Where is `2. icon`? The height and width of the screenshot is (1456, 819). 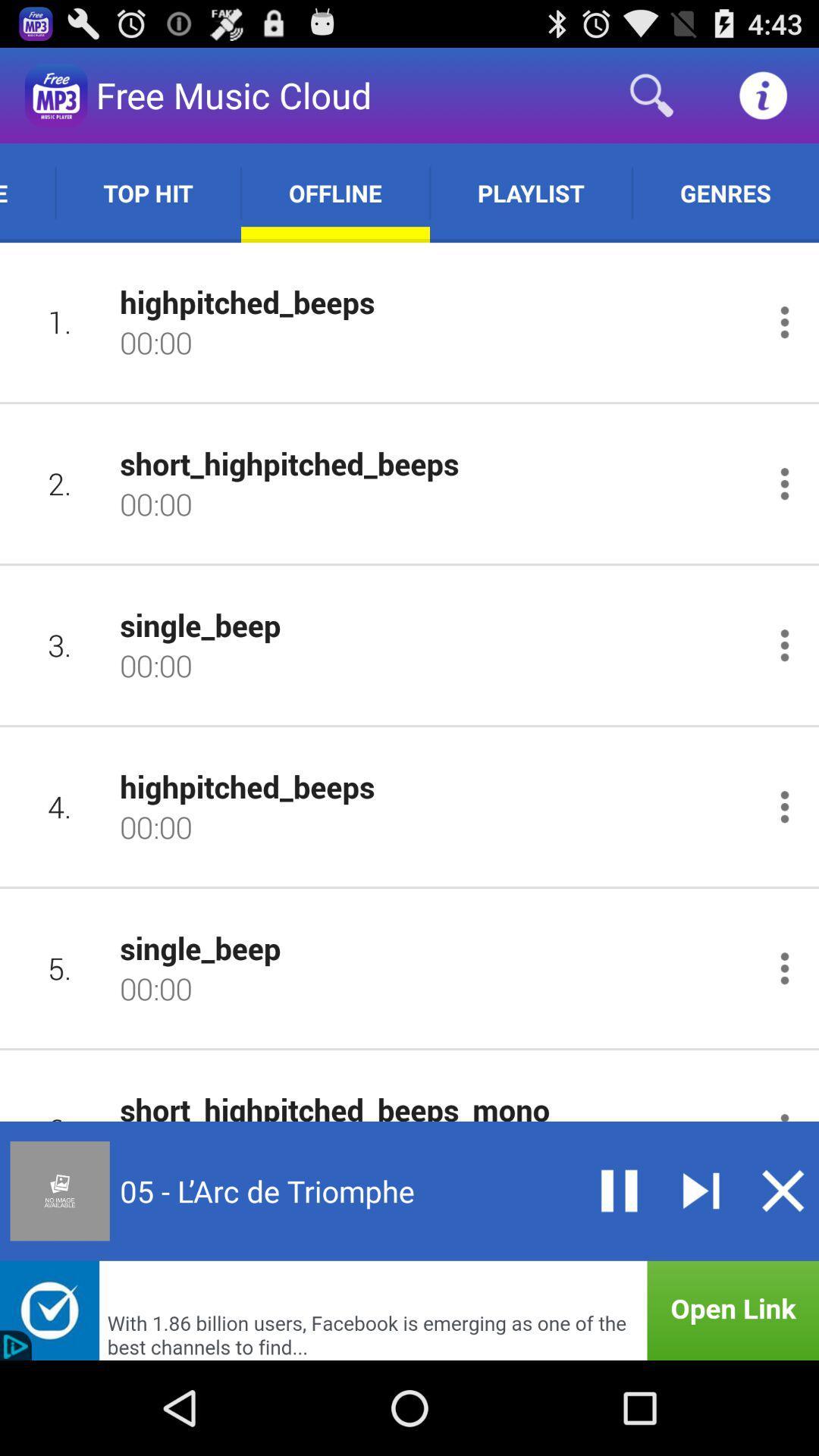 2. icon is located at coordinates (59, 482).